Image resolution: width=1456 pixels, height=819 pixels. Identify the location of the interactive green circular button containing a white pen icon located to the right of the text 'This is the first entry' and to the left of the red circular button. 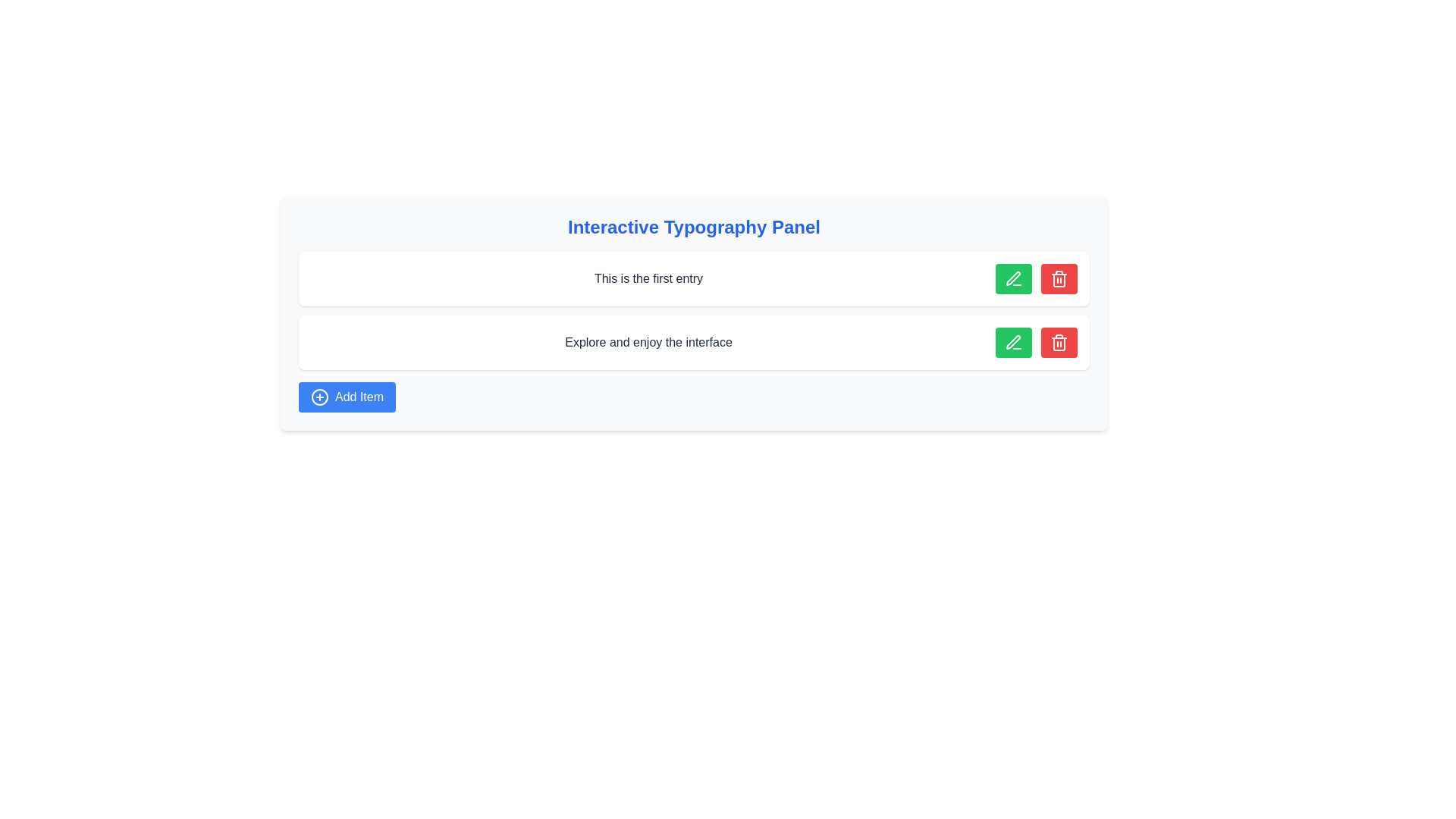
(1014, 278).